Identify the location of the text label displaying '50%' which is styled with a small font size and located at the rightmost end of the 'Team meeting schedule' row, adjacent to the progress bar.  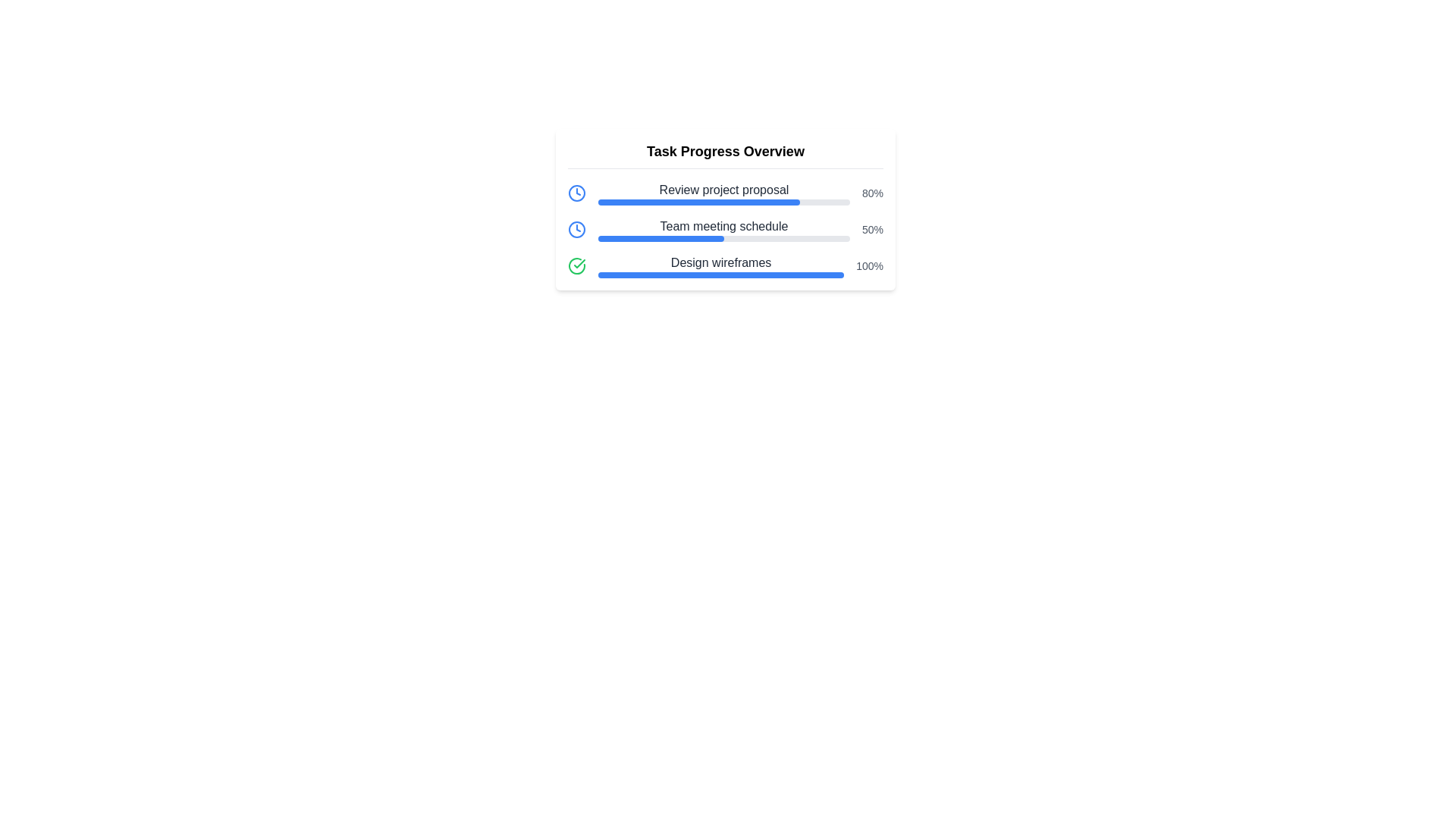
(873, 230).